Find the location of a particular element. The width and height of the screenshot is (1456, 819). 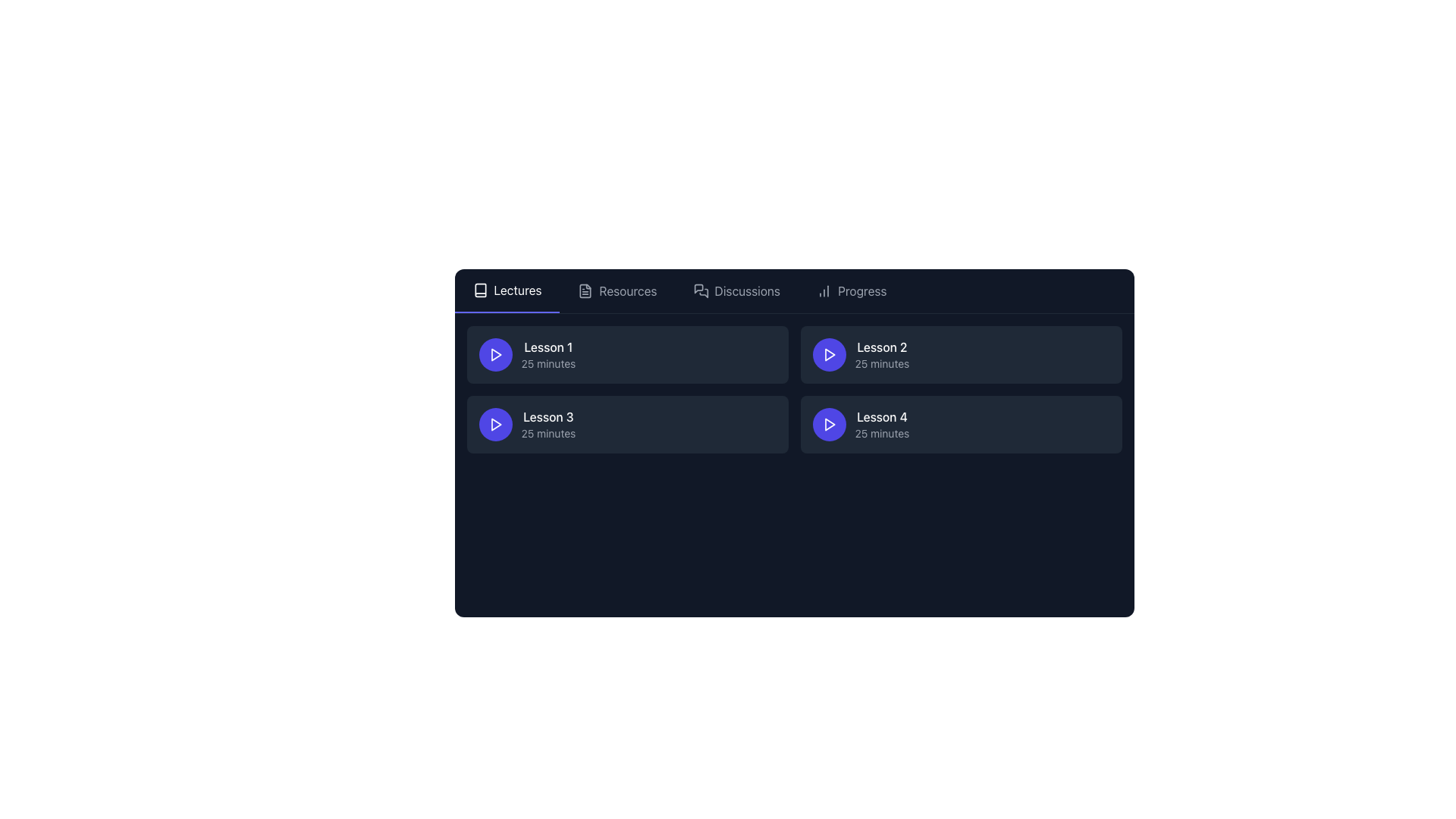

the Text Label in the Navigation Tab that represents the 'Progress' section is located at coordinates (862, 291).